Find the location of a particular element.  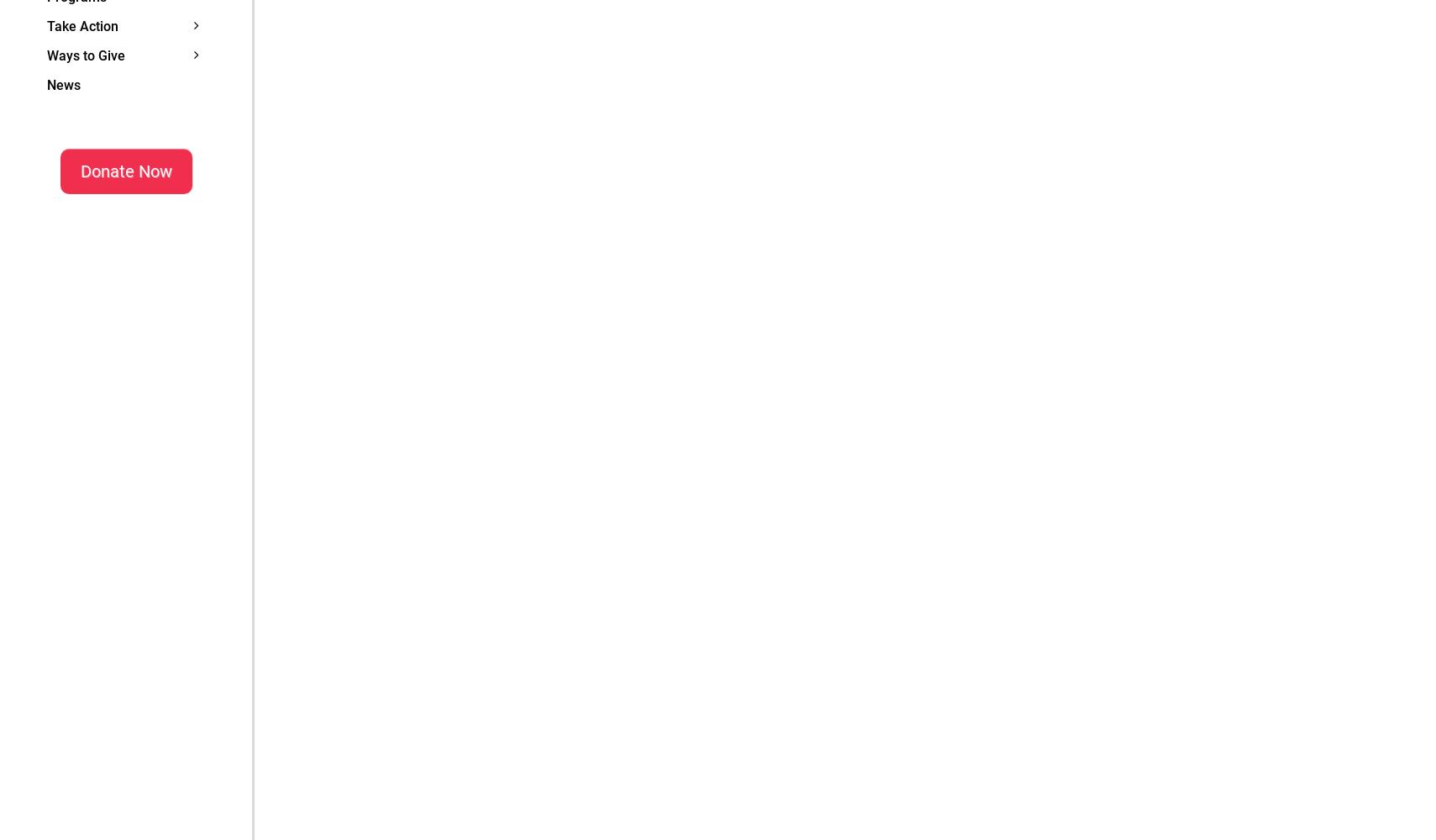

'Donate Now' is located at coordinates (79, 170).